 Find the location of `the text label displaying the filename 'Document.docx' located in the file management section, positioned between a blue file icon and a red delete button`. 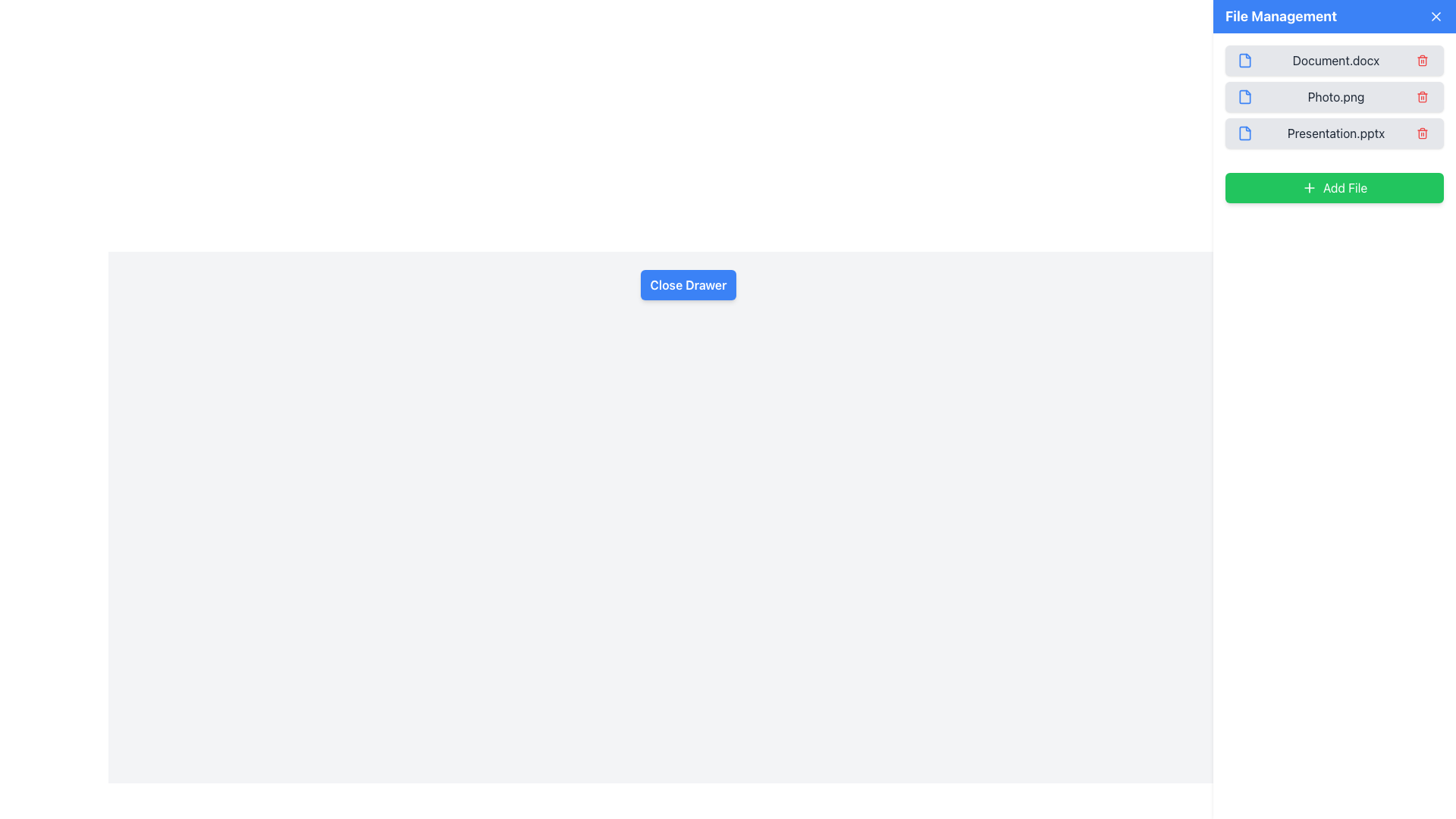

the text label displaying the filename 'Document.docx' located in the file management section, positioned between a blue file icon and a red delete button is located at coordinates (1335, 60).